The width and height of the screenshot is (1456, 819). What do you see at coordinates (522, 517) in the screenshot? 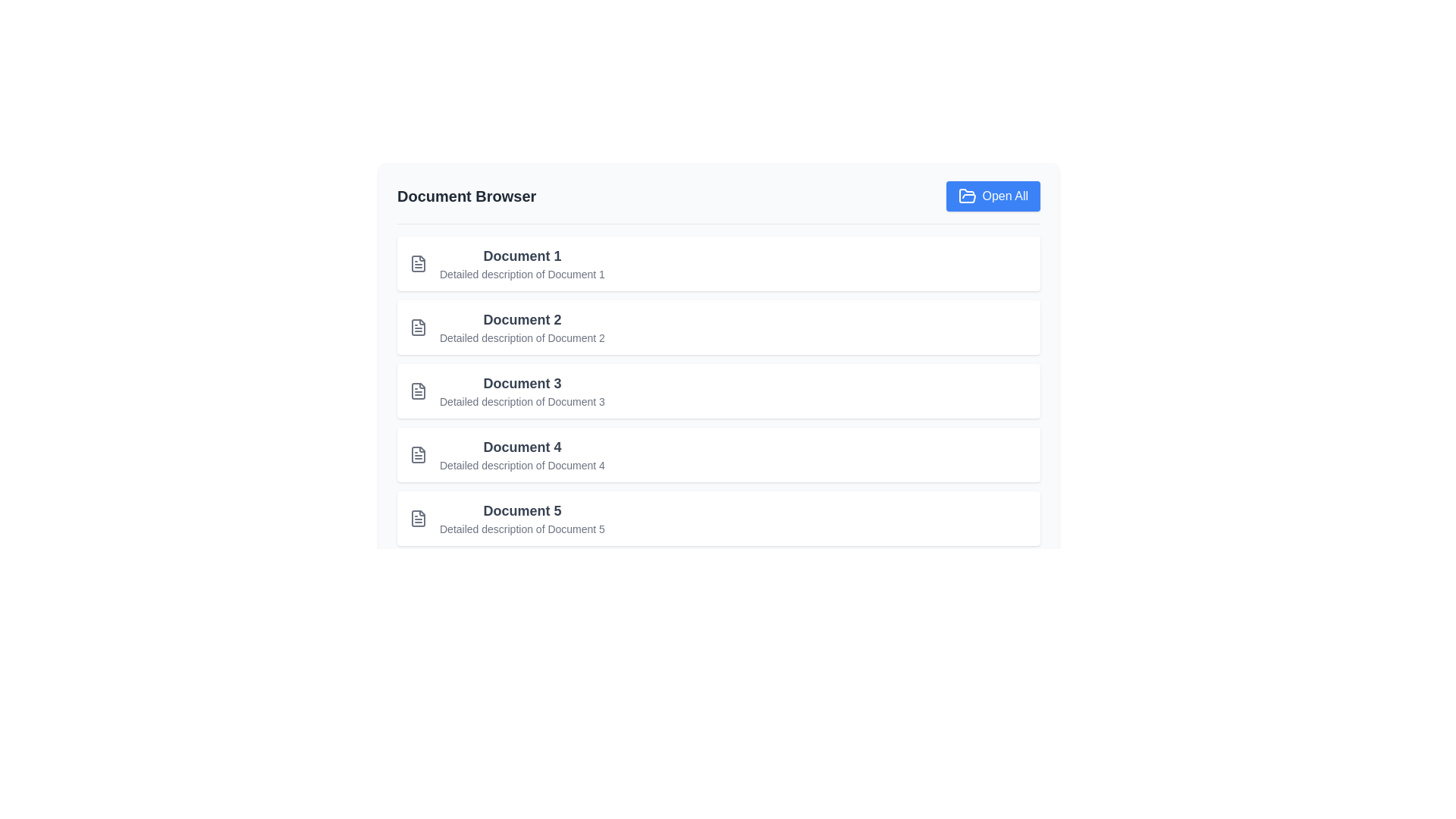
I see `the label displaying 'Document 5' which is styled with a subtitle 'Detailed description of Document 5', located in the lower portion of the viewport as the fifth entry in the document list` at bounding box center [522, 517].